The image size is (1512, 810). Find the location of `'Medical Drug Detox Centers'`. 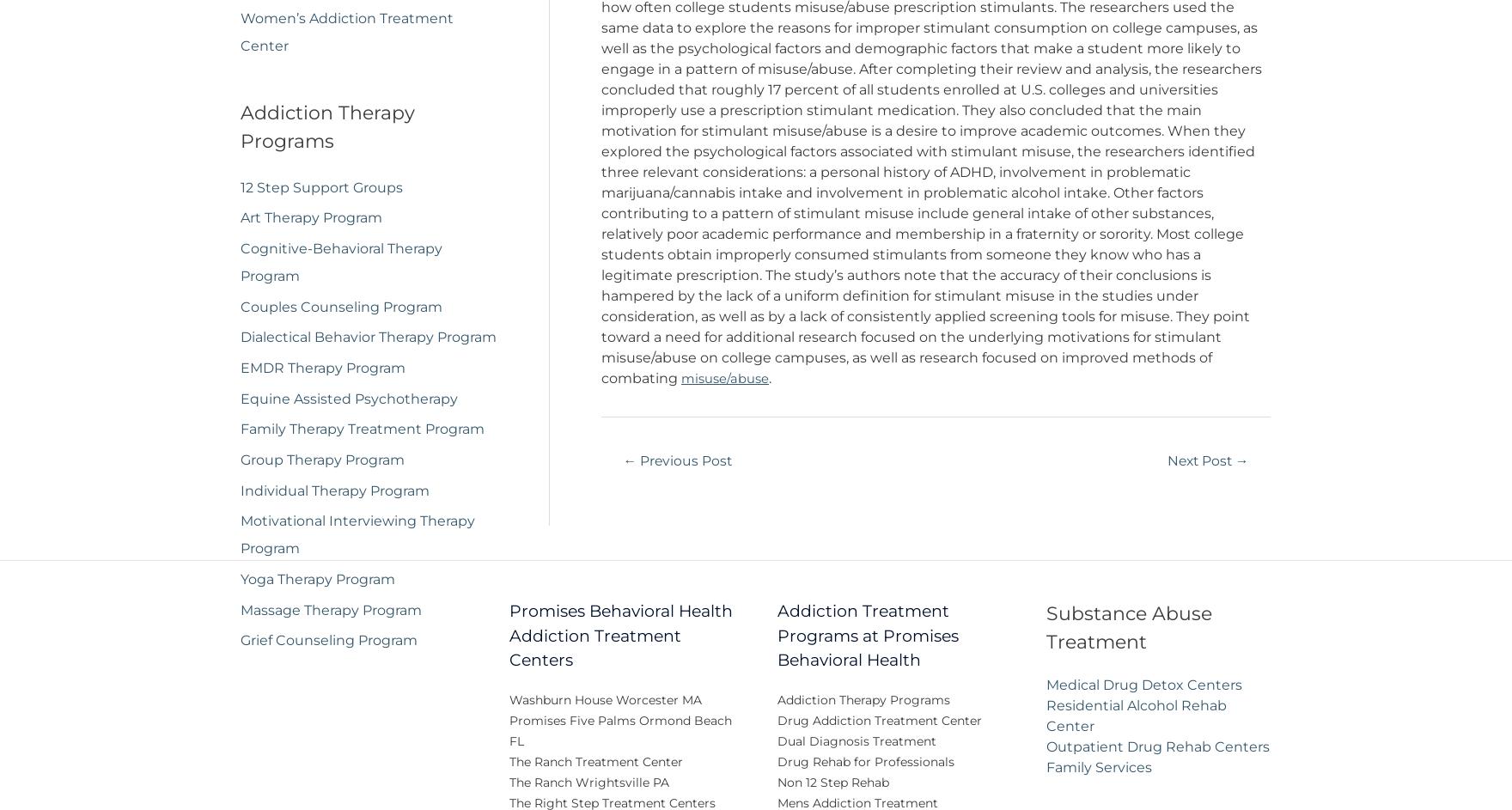

'Medical Drug Detox Centers' is located at coordinates (1143, 696).